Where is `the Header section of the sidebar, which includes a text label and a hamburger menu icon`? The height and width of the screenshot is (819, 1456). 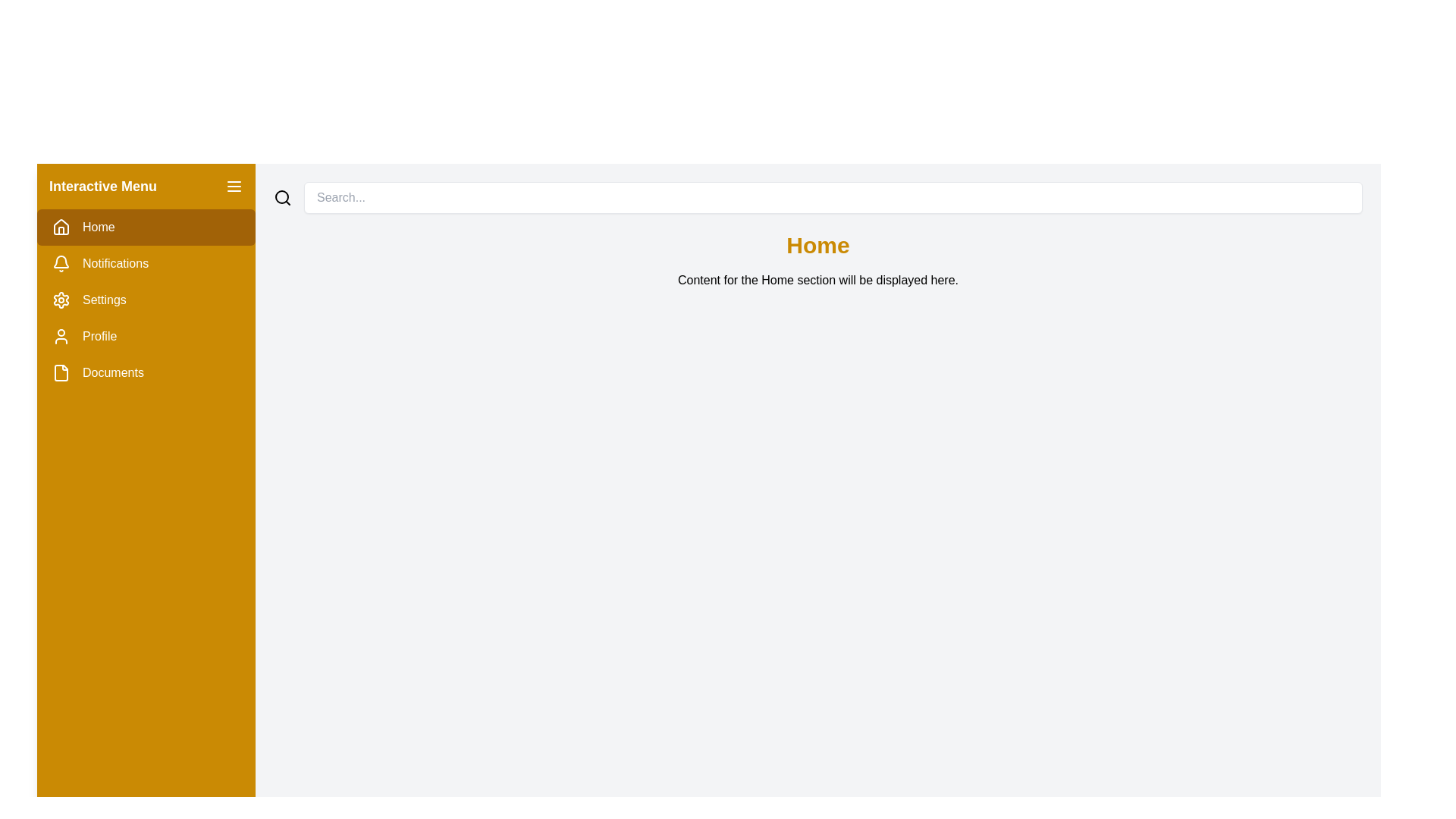
the Header section of the sidebar, which includes a text label and a hamburger menu icon is located at coordinates (146, 186).